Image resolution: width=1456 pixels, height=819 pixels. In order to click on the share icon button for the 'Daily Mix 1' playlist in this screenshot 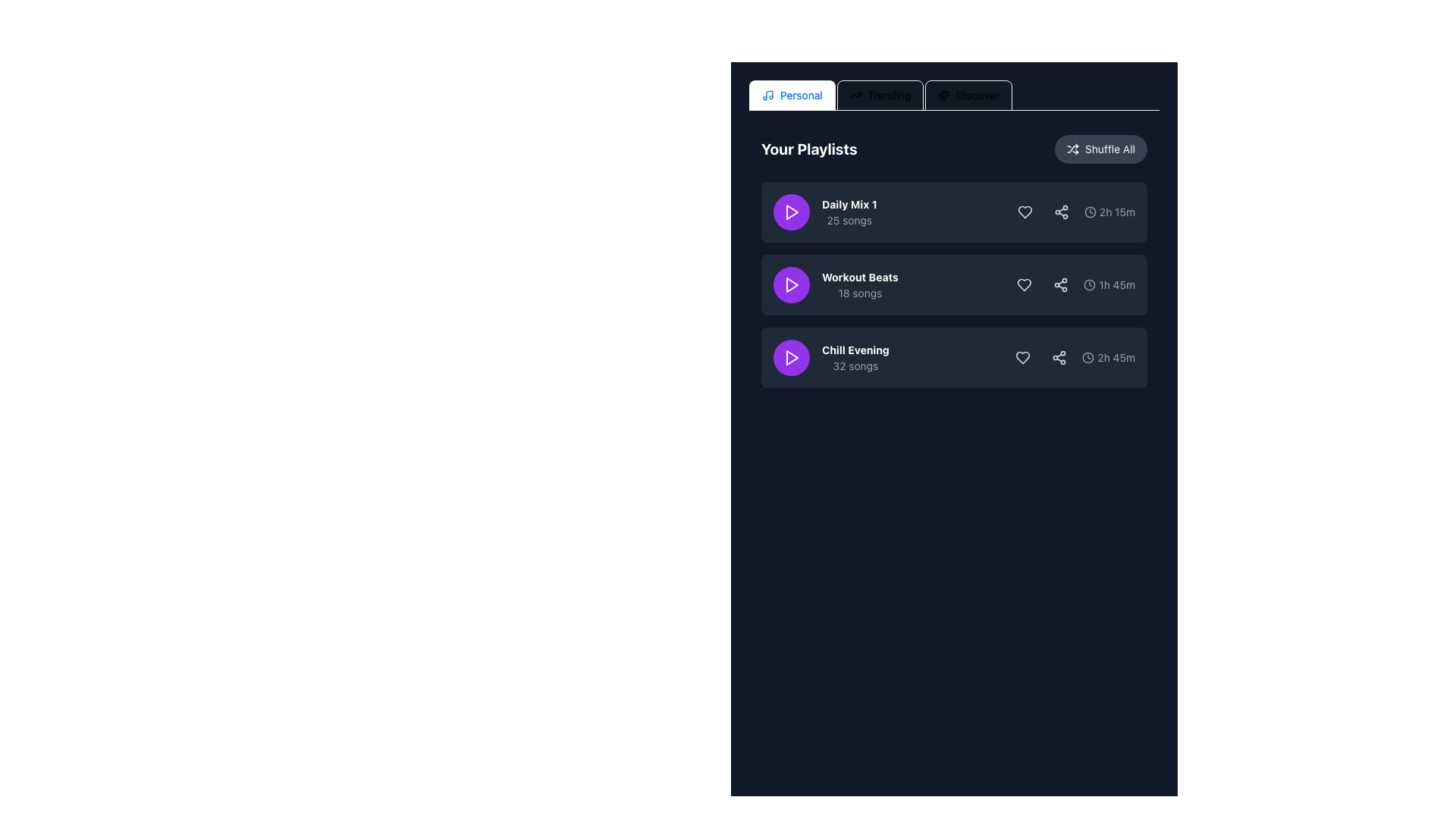, I will do `click(1060, 212)`.